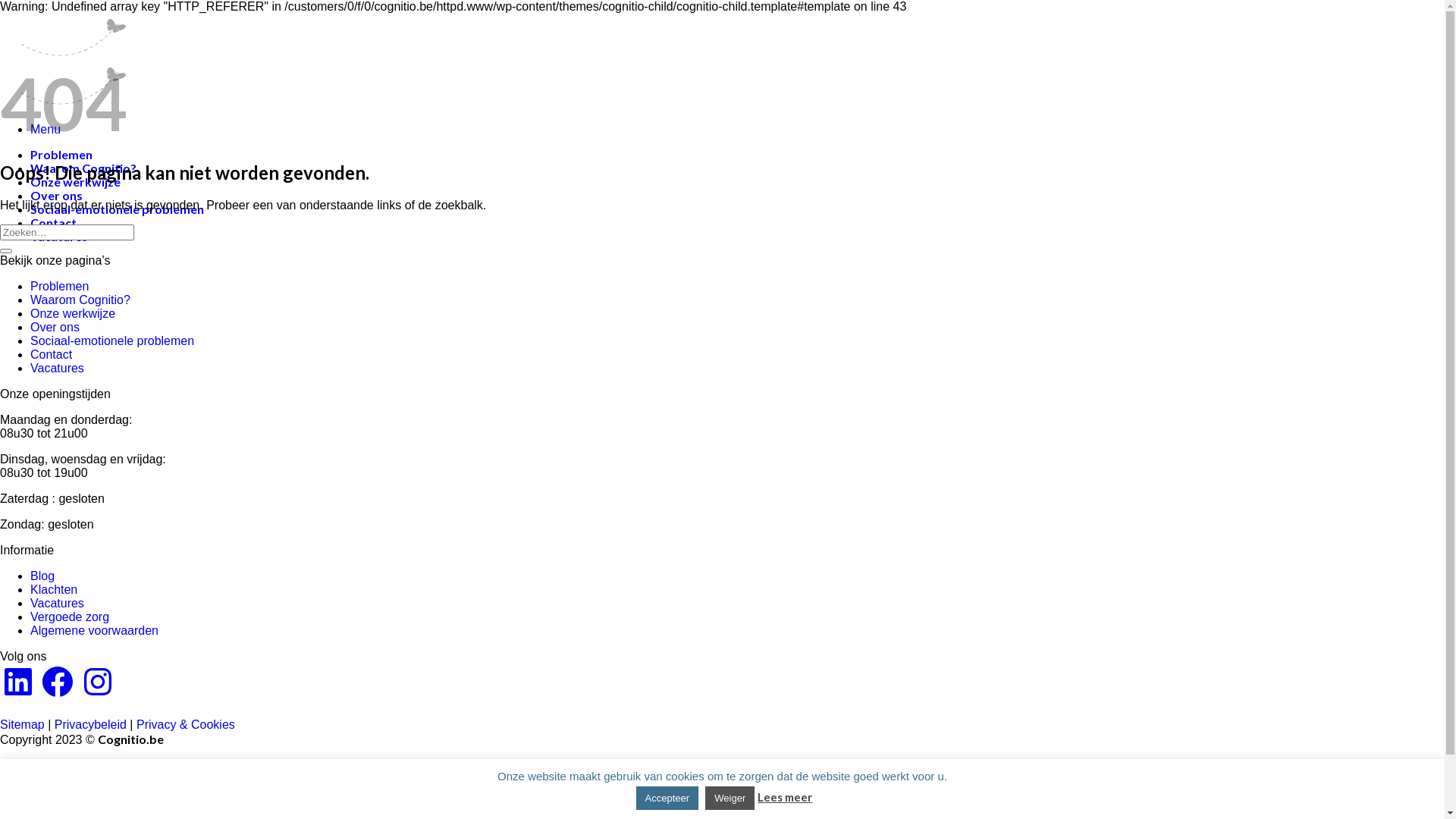  I want to click on 'Instagram', so click(97, 680).